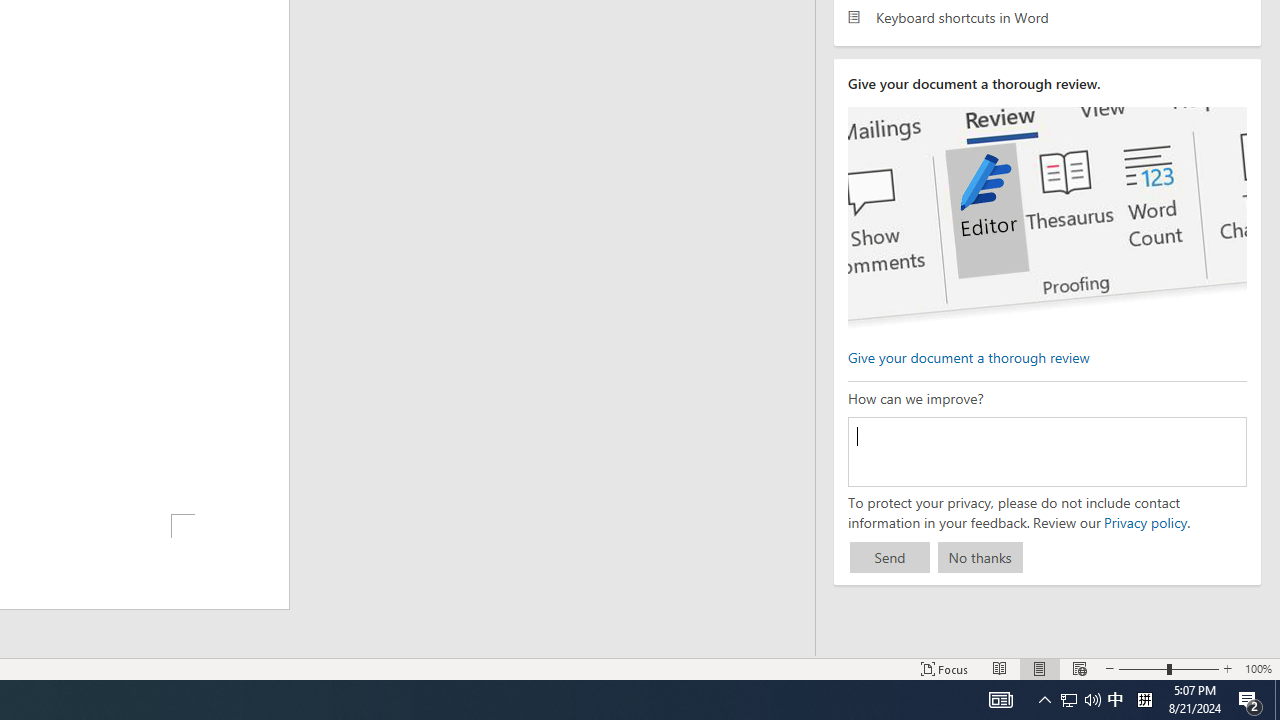  I want to click on 'How can we improve?', so click(1046, 451).